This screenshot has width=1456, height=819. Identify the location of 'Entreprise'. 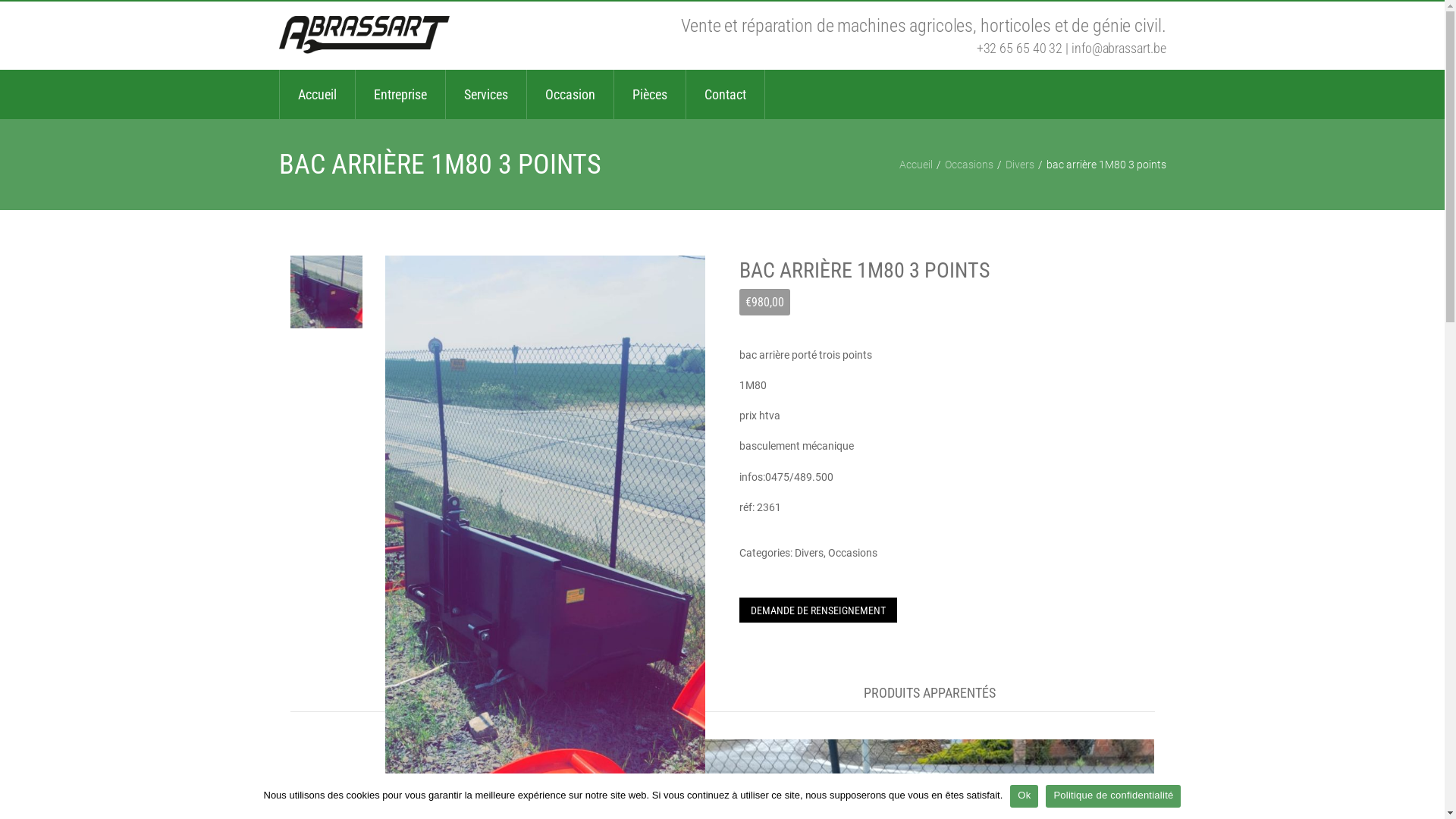
(353, 94).